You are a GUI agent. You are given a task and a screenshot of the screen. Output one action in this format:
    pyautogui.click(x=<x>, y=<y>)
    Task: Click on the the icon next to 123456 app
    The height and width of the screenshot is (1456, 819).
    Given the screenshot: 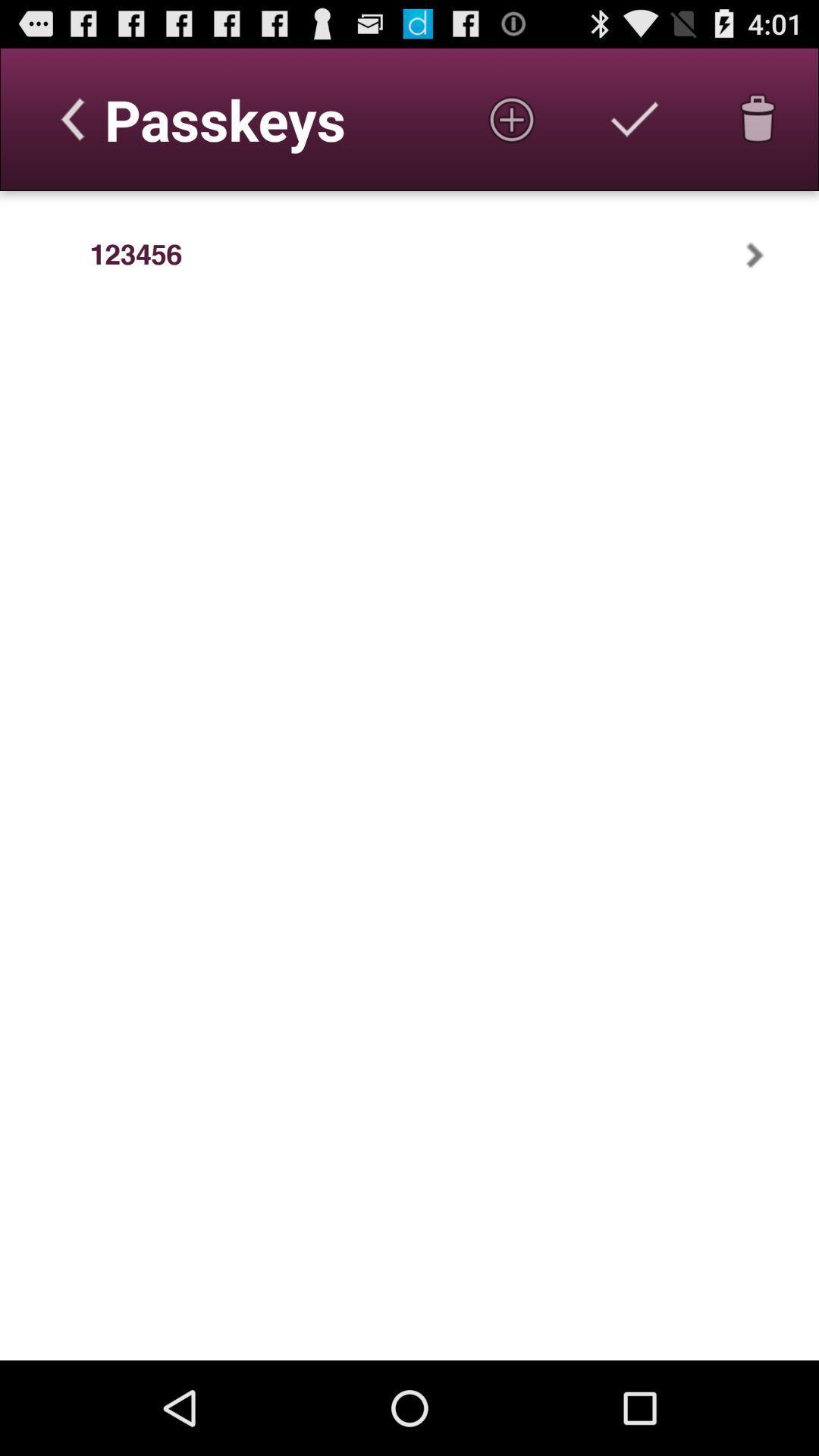 What is the action you would take?
    pyautogui.click(x=774, y=255)
    